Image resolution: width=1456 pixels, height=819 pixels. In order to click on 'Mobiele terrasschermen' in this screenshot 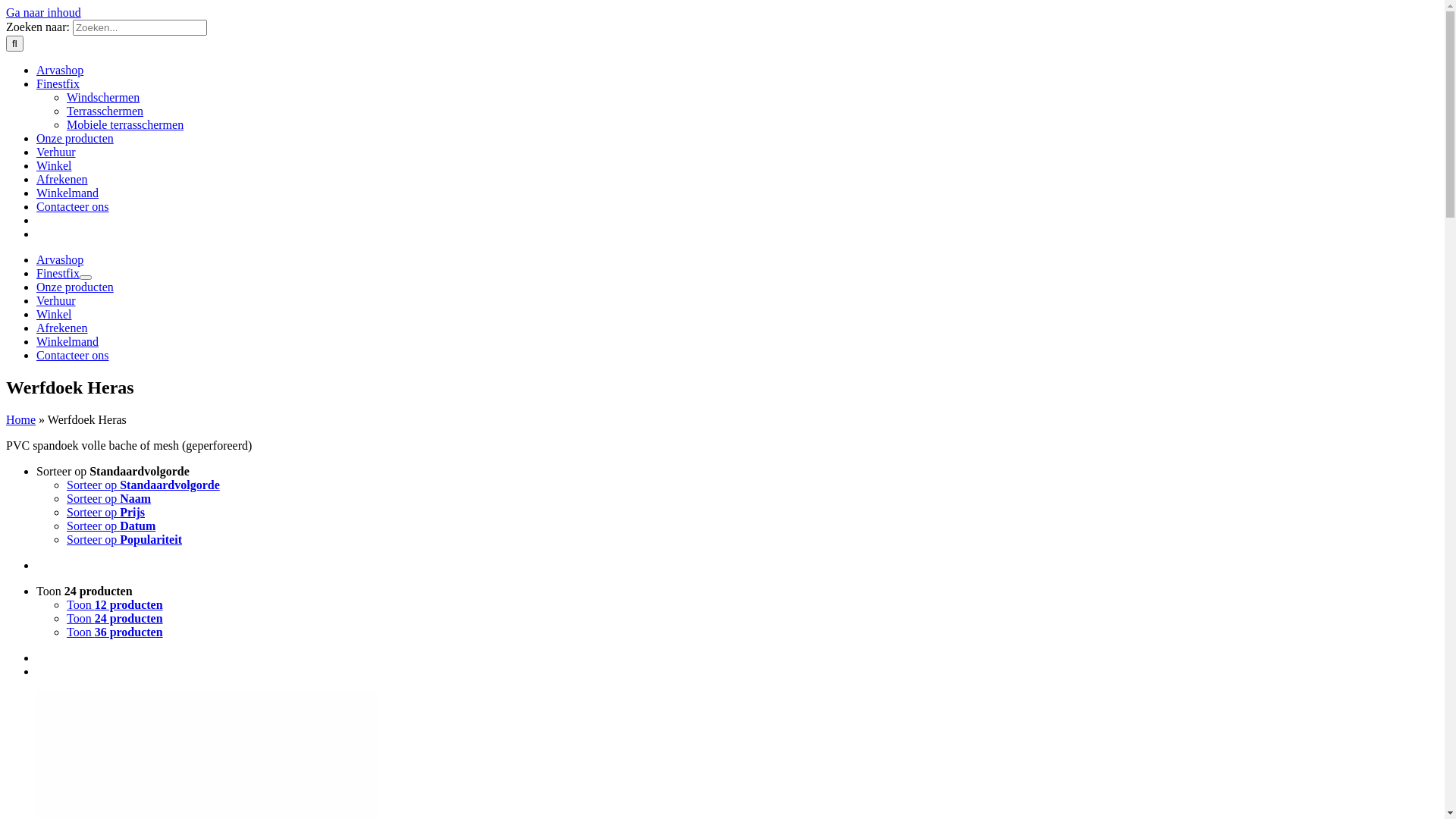, I will do `click(124, 124)`.